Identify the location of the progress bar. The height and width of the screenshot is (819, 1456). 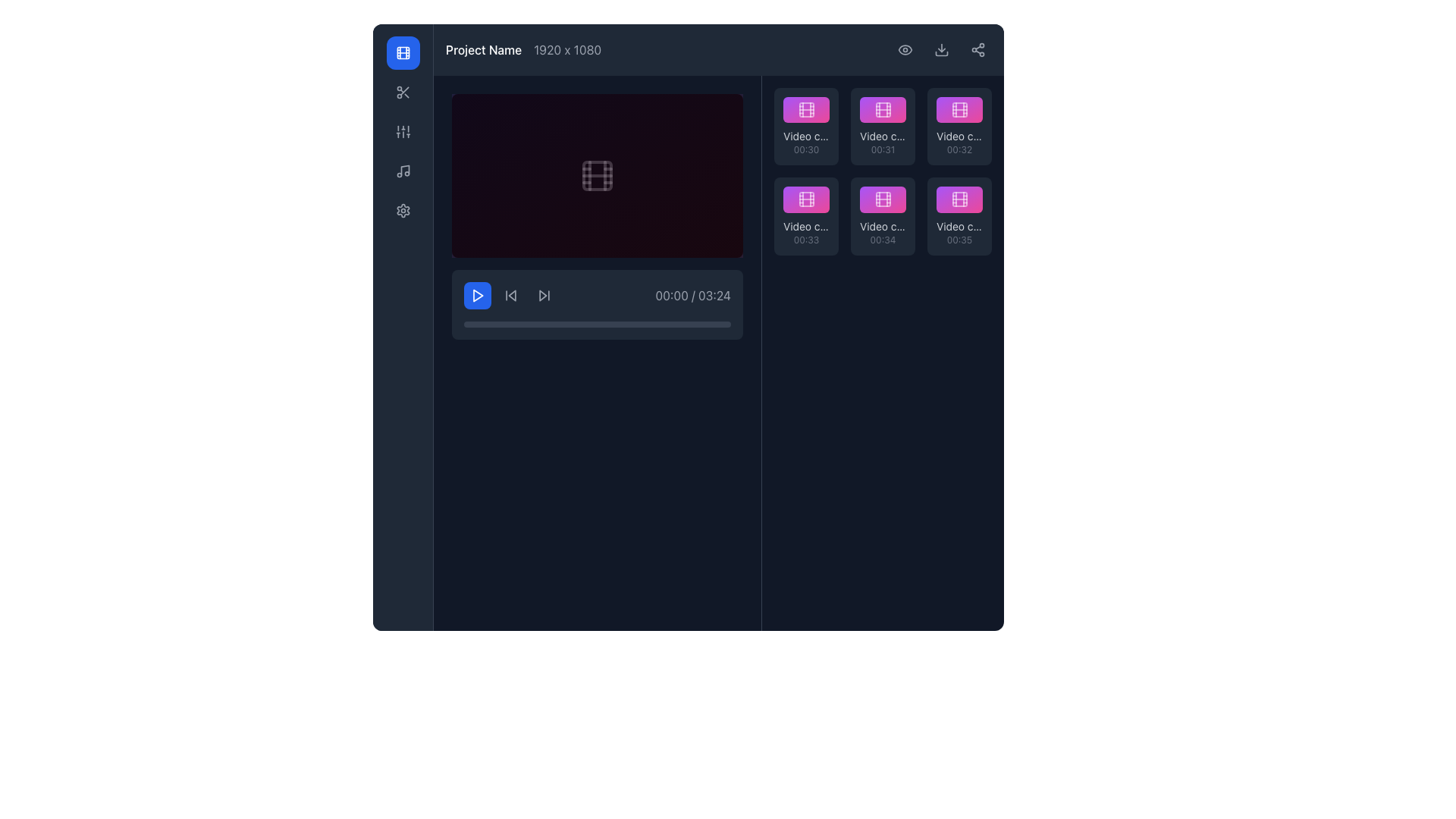
(698, 324).